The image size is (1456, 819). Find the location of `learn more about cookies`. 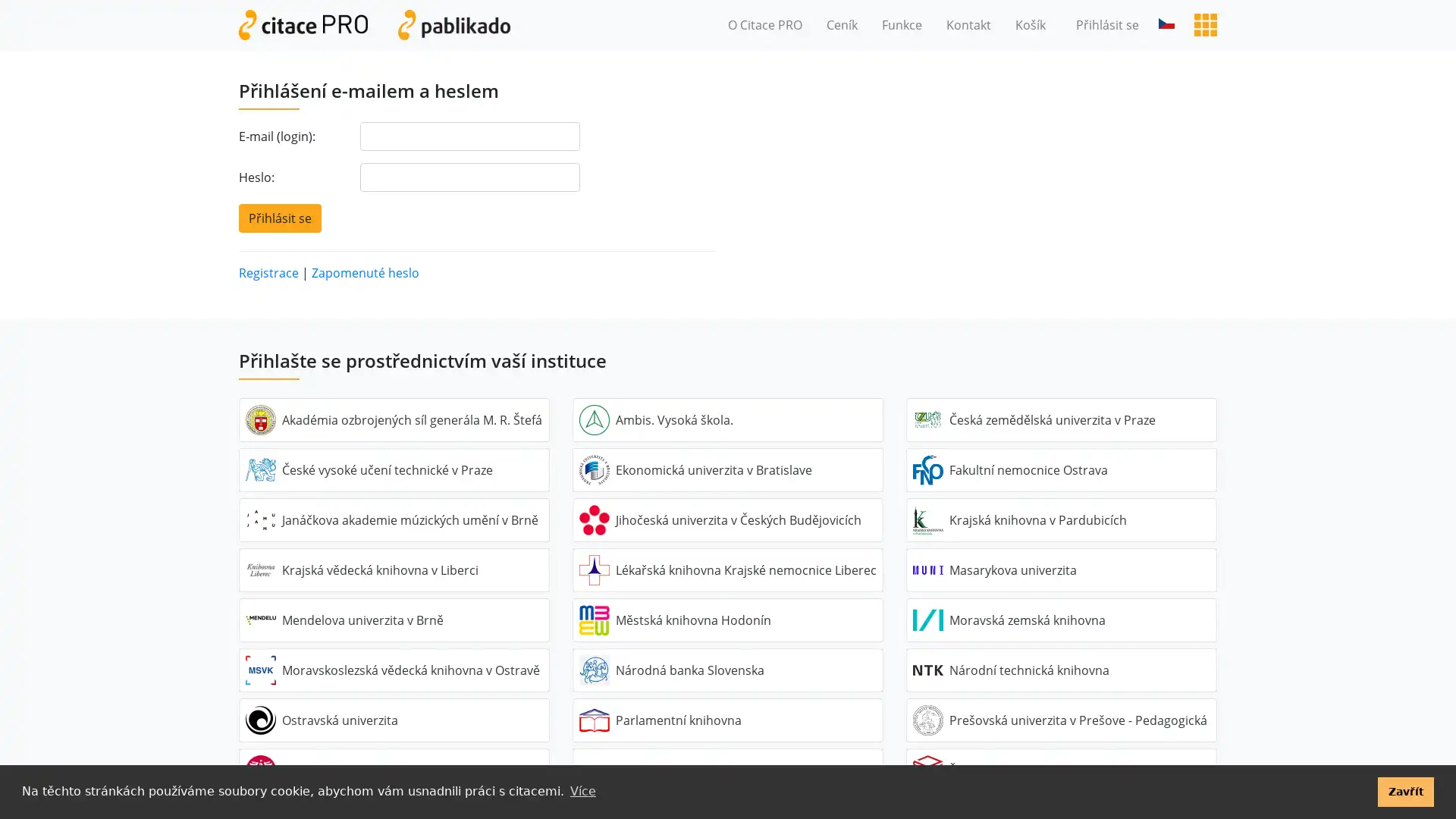

learn more about cookies is located at coordinates (582, 791).